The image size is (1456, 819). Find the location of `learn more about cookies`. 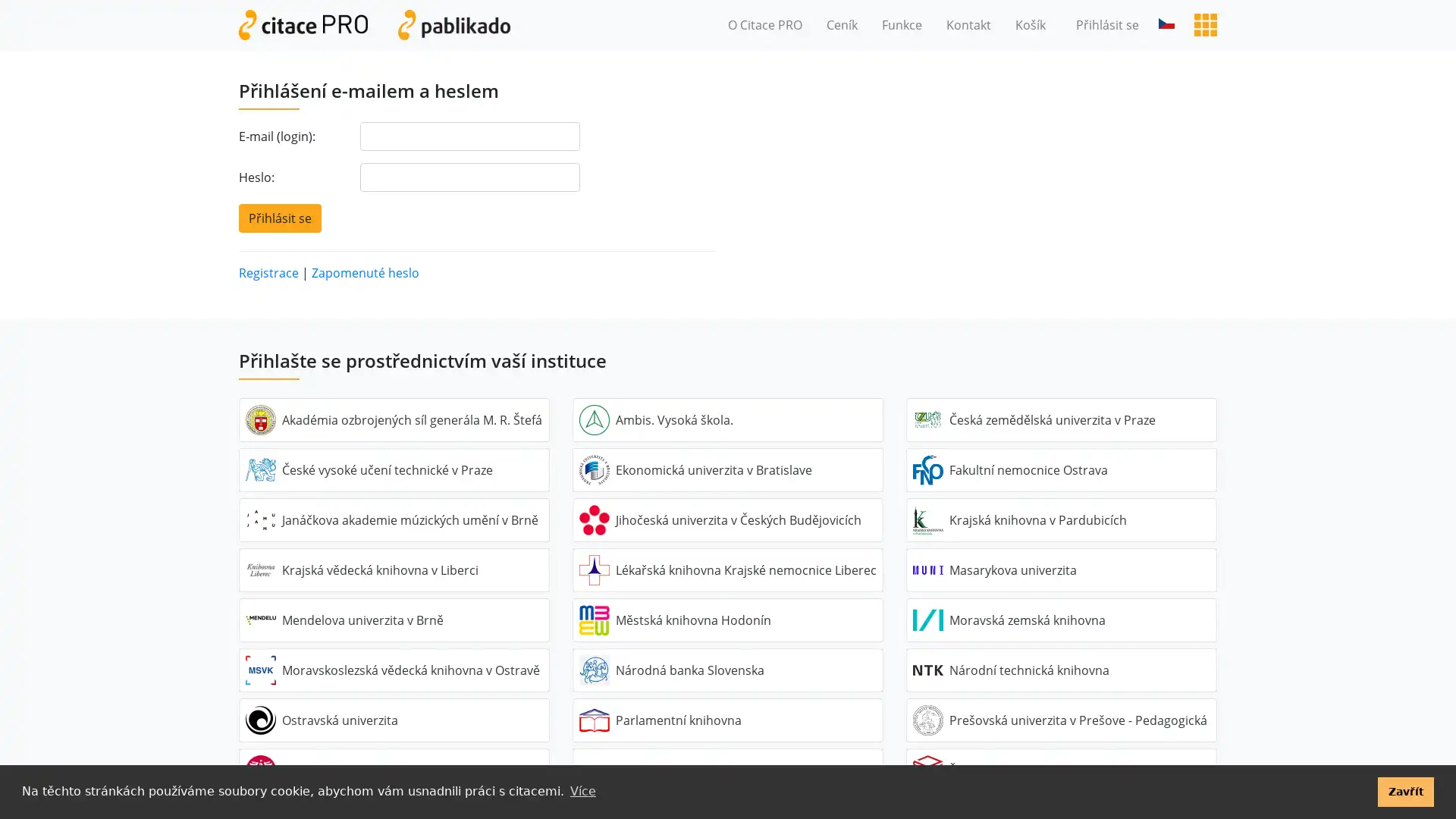

learn more about cookies is located at coordinates (582, 791).